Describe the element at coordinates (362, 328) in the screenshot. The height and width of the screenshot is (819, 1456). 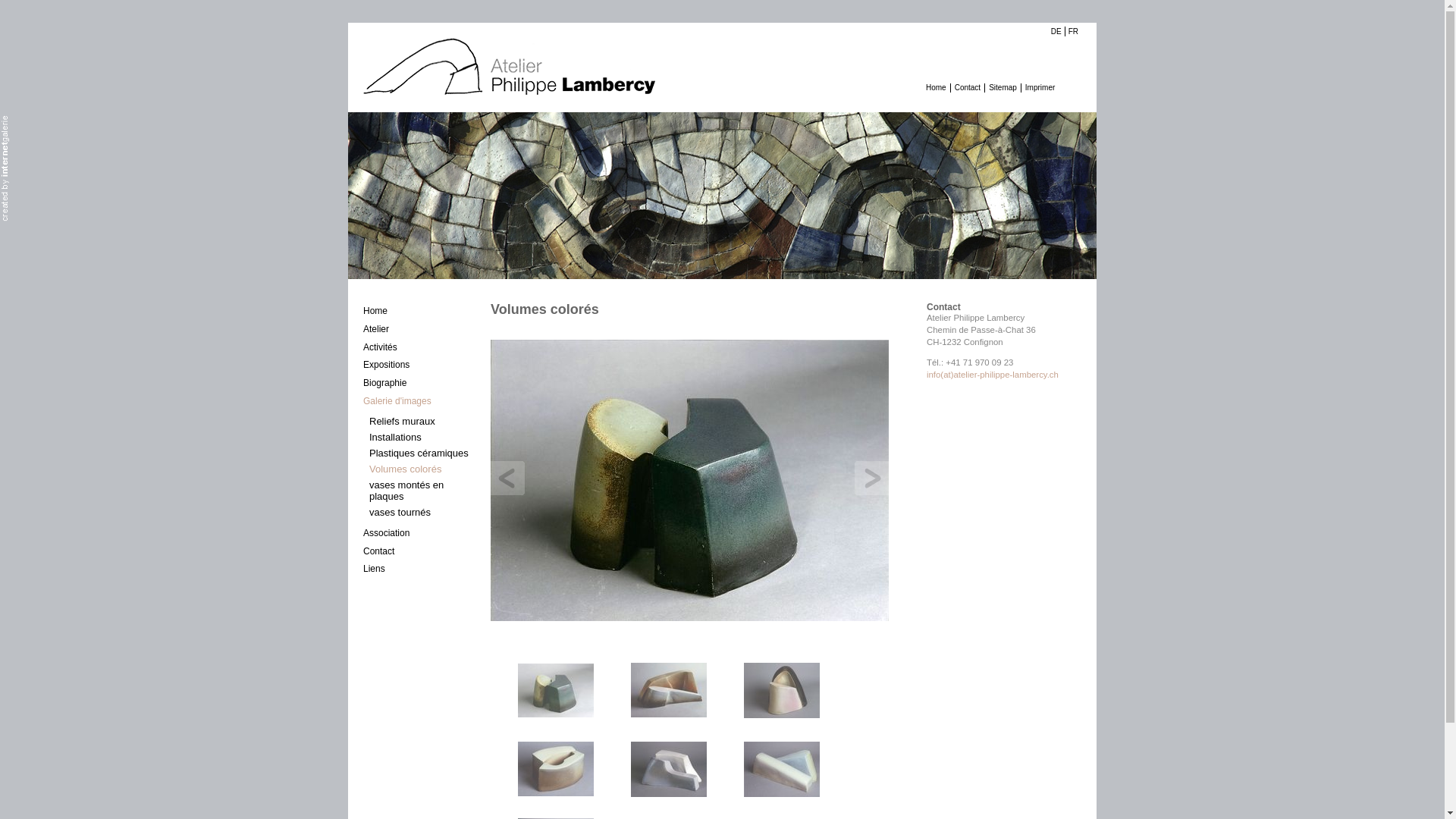
I see `'Atelier'` at that location.